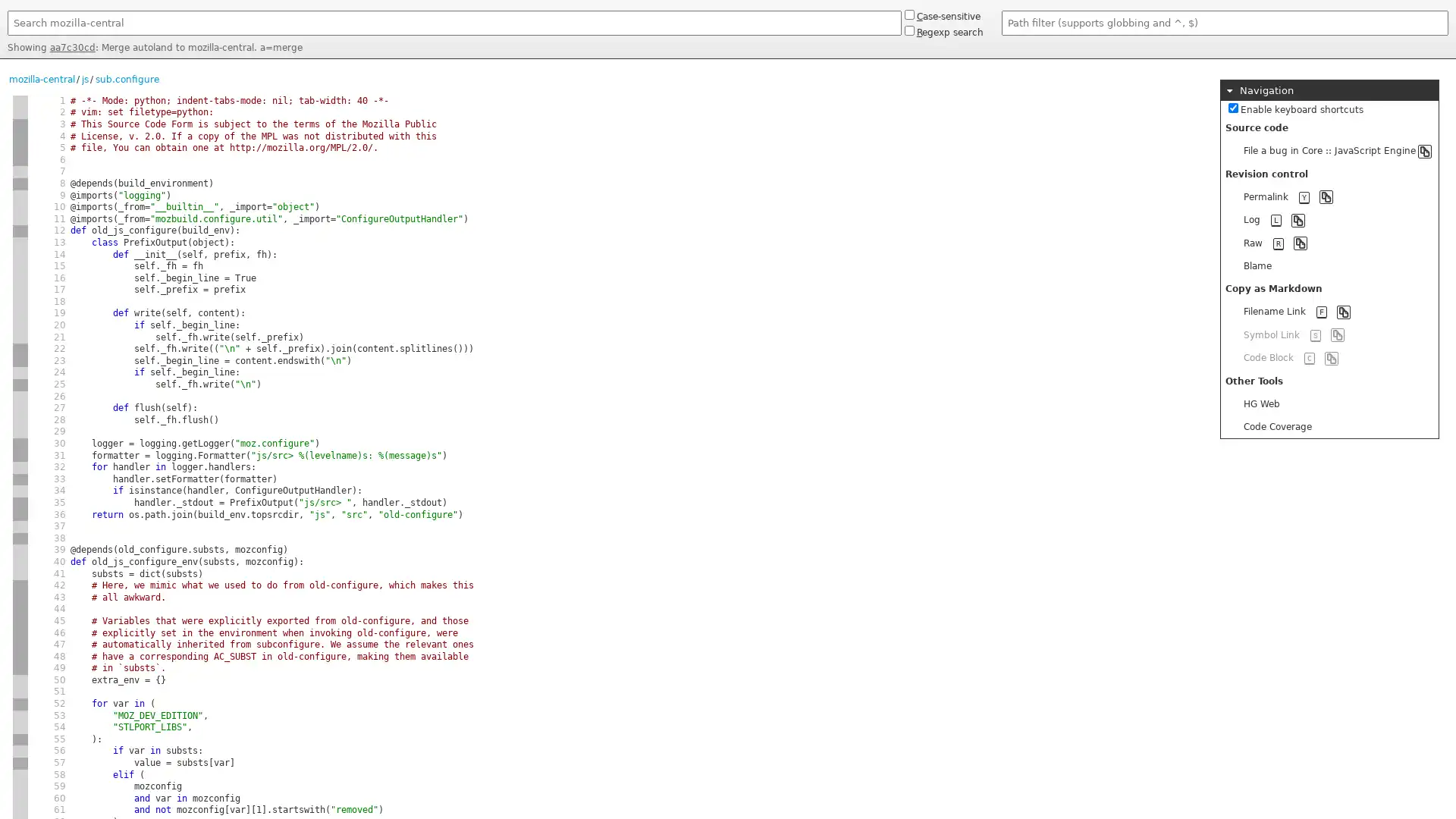 The image size is (1456, 819). What do you see at coordinates (20, 278) in the screenshot?
I see `same hash 6` at bounding box center [20, 278].